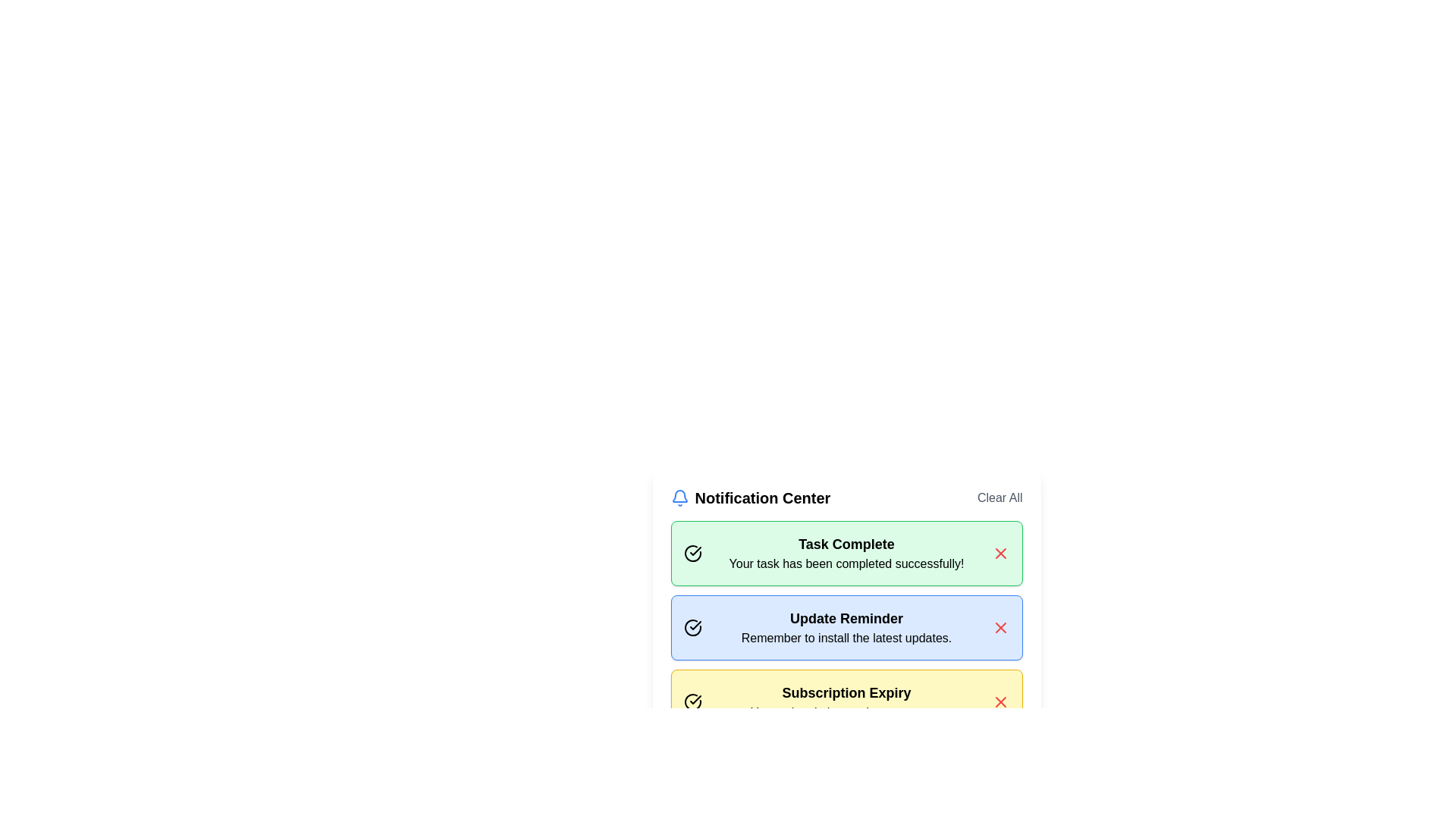 Image resolution: width=1456 pixels, height=819 pixels. I want to click on the second notification box in the Notification Center that reminds the user to install the latest updates, so click(846, 628).